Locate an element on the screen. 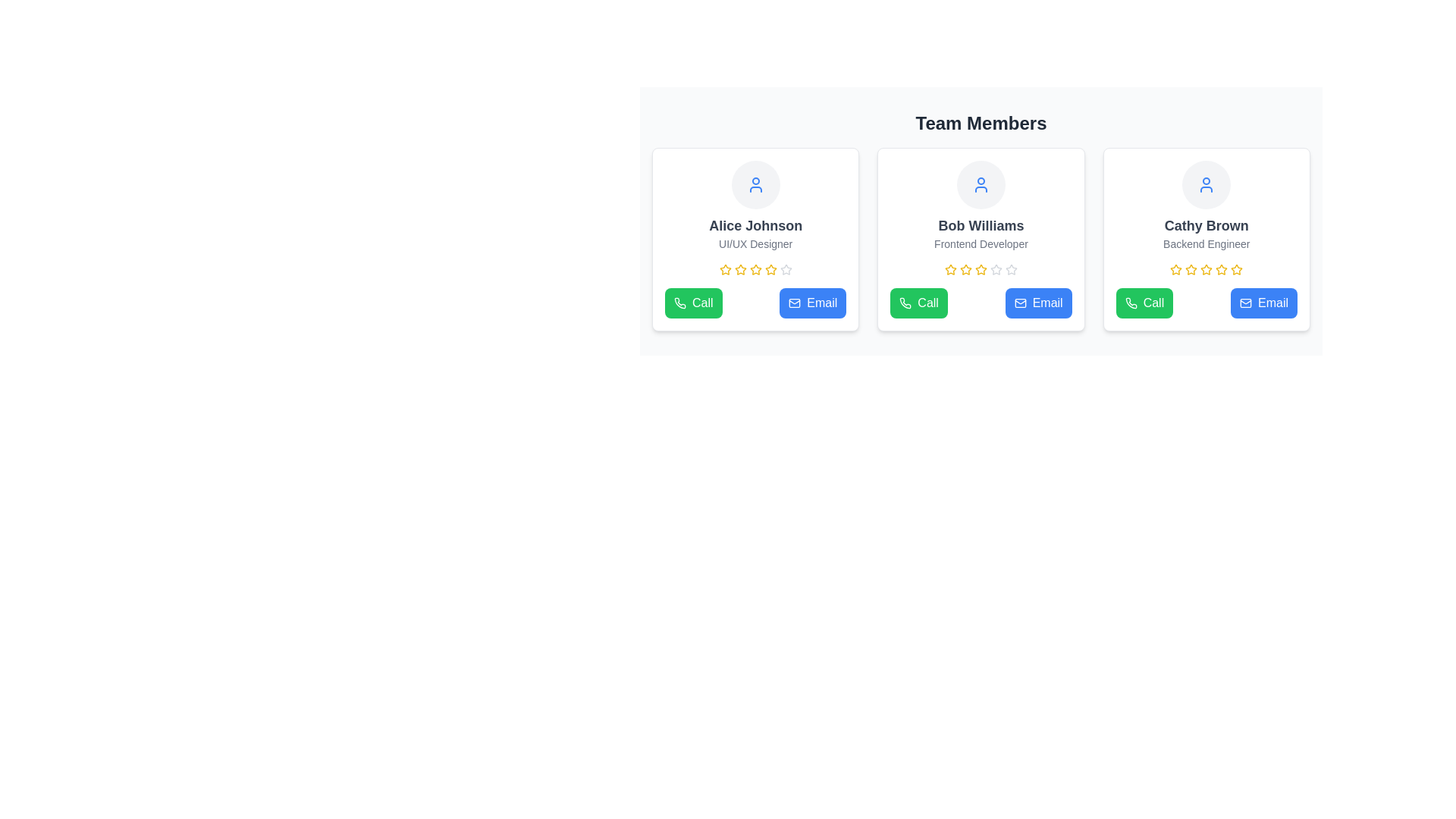  the second yellow star icon in the rating system under the 'Bob Williams - Frontend Developer' section of the profile card is located at coordinates (949, 268).